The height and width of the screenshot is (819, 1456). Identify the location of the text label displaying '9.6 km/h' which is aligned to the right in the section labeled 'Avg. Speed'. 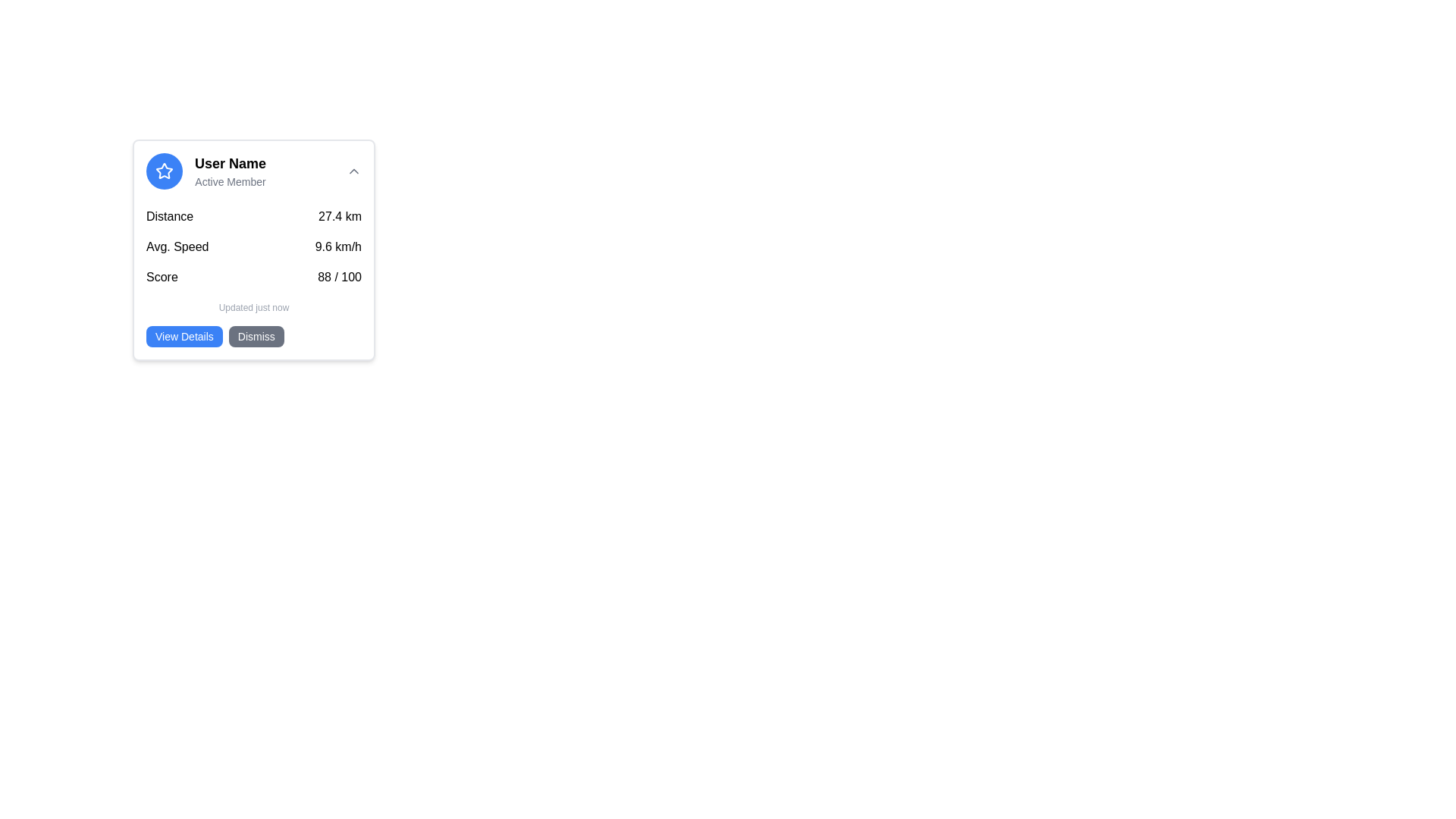
(337, 246).